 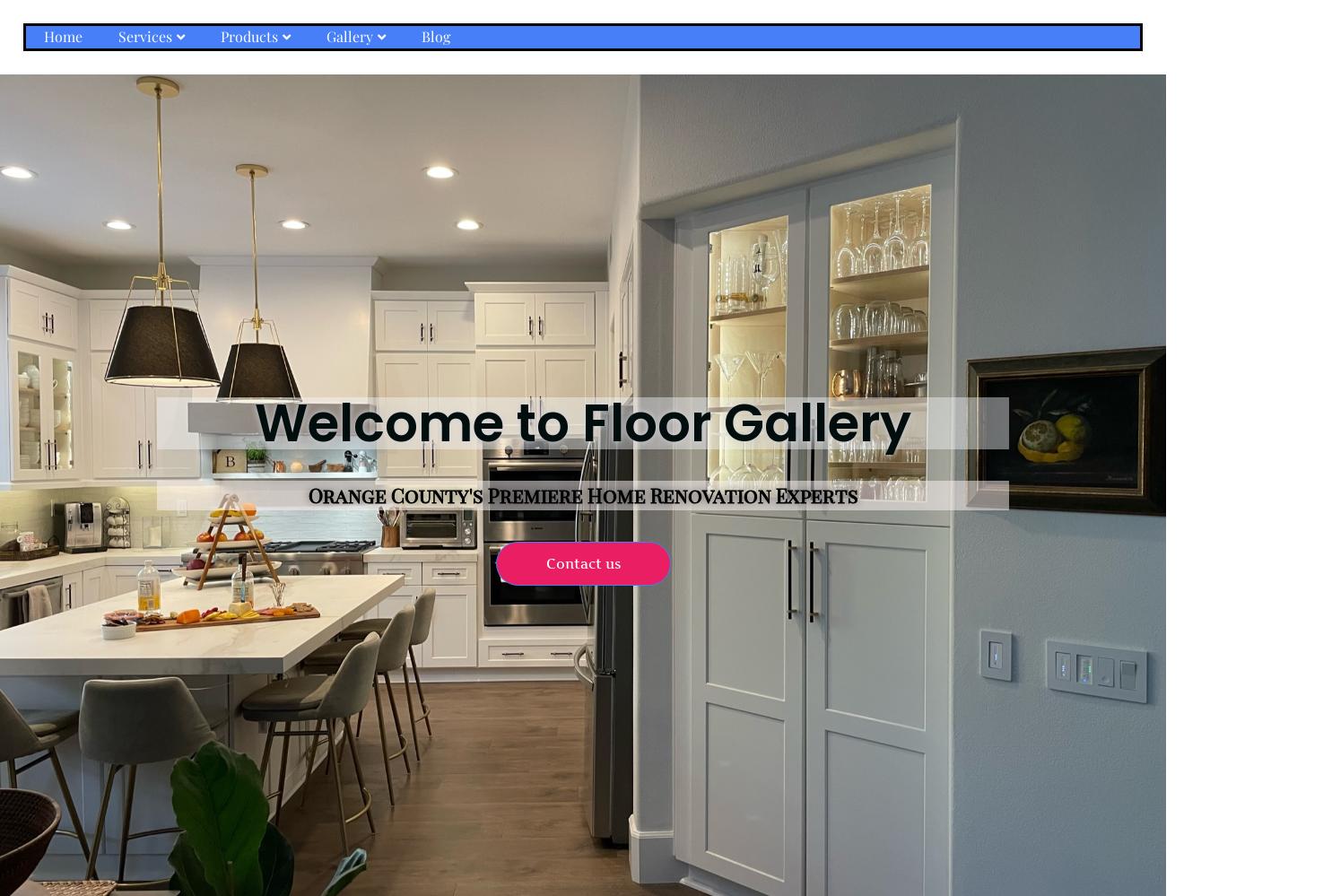 I want to click on 'Bathroom Remodeling', so click(x=178, y=119).